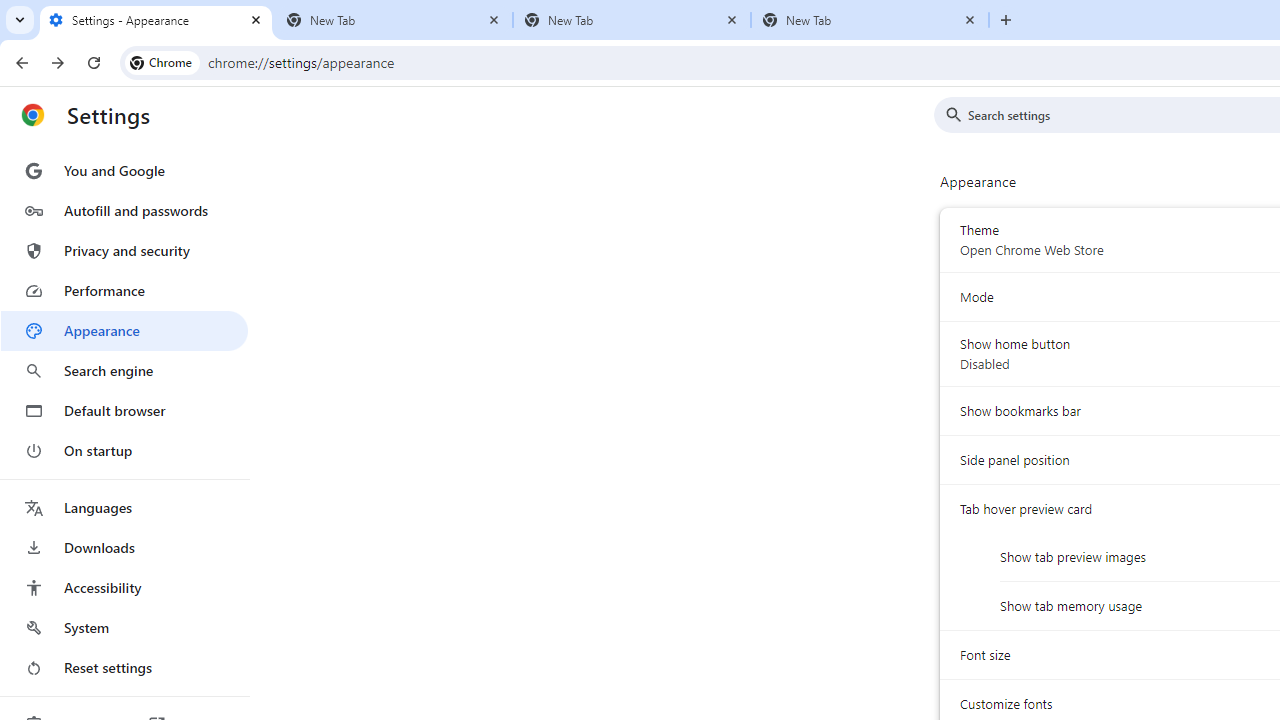  What do you see at coordinates (123, 210) in the screenshot?
I see `'Autofill and passwords'` at bounding box center [123, 210].